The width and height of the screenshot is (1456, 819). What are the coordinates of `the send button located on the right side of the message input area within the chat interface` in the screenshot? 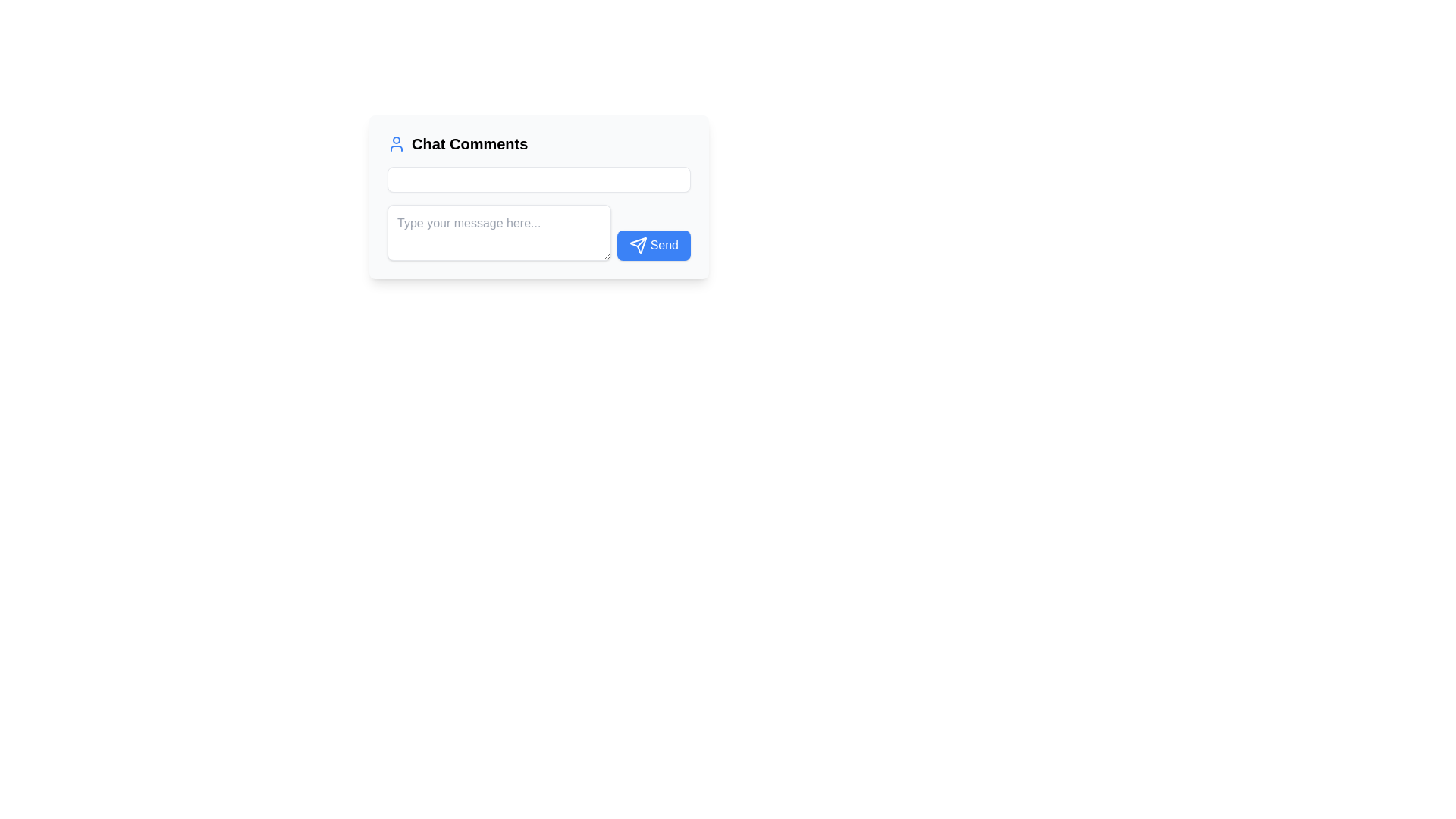 It's located at (654, 245).